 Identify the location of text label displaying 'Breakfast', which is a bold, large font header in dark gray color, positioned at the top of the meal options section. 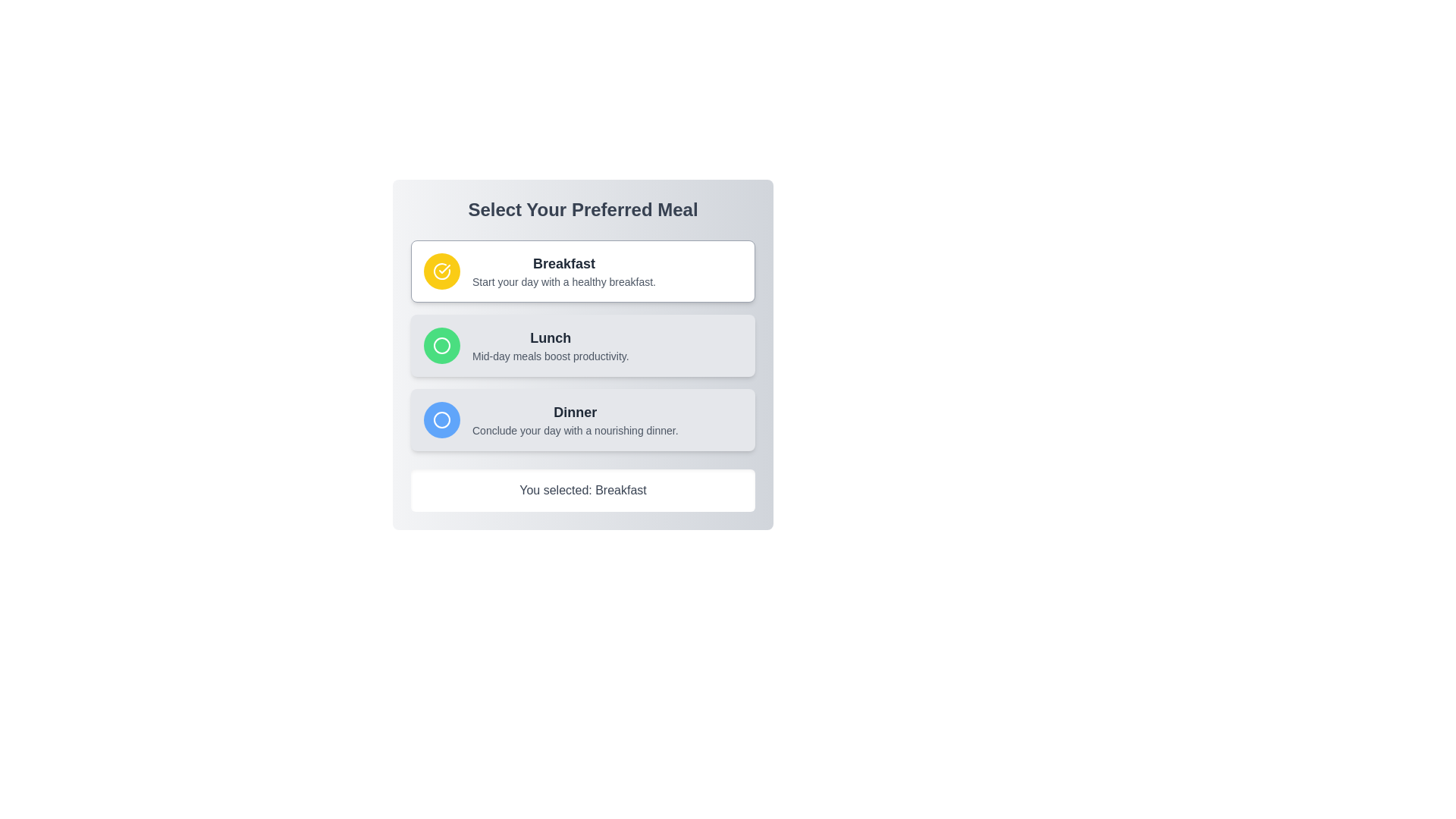
(563, 262).